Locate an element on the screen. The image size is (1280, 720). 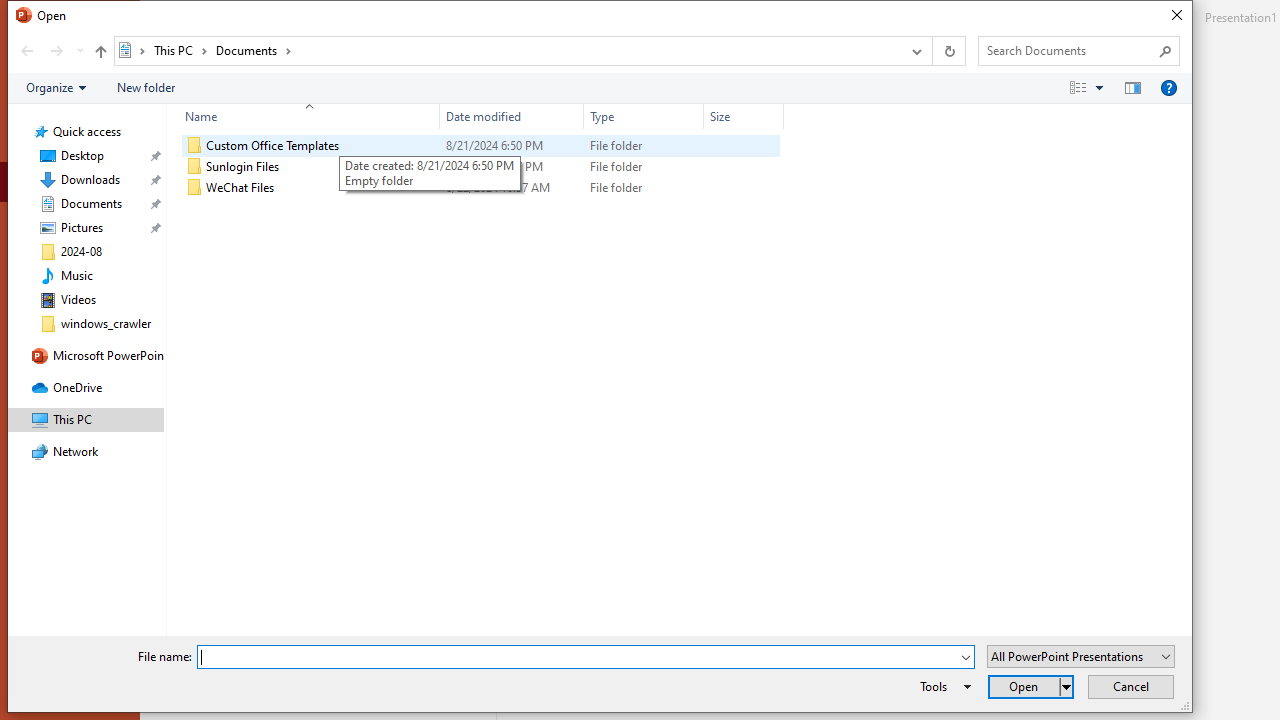
'Documents' is located at coordinates (253, 49).